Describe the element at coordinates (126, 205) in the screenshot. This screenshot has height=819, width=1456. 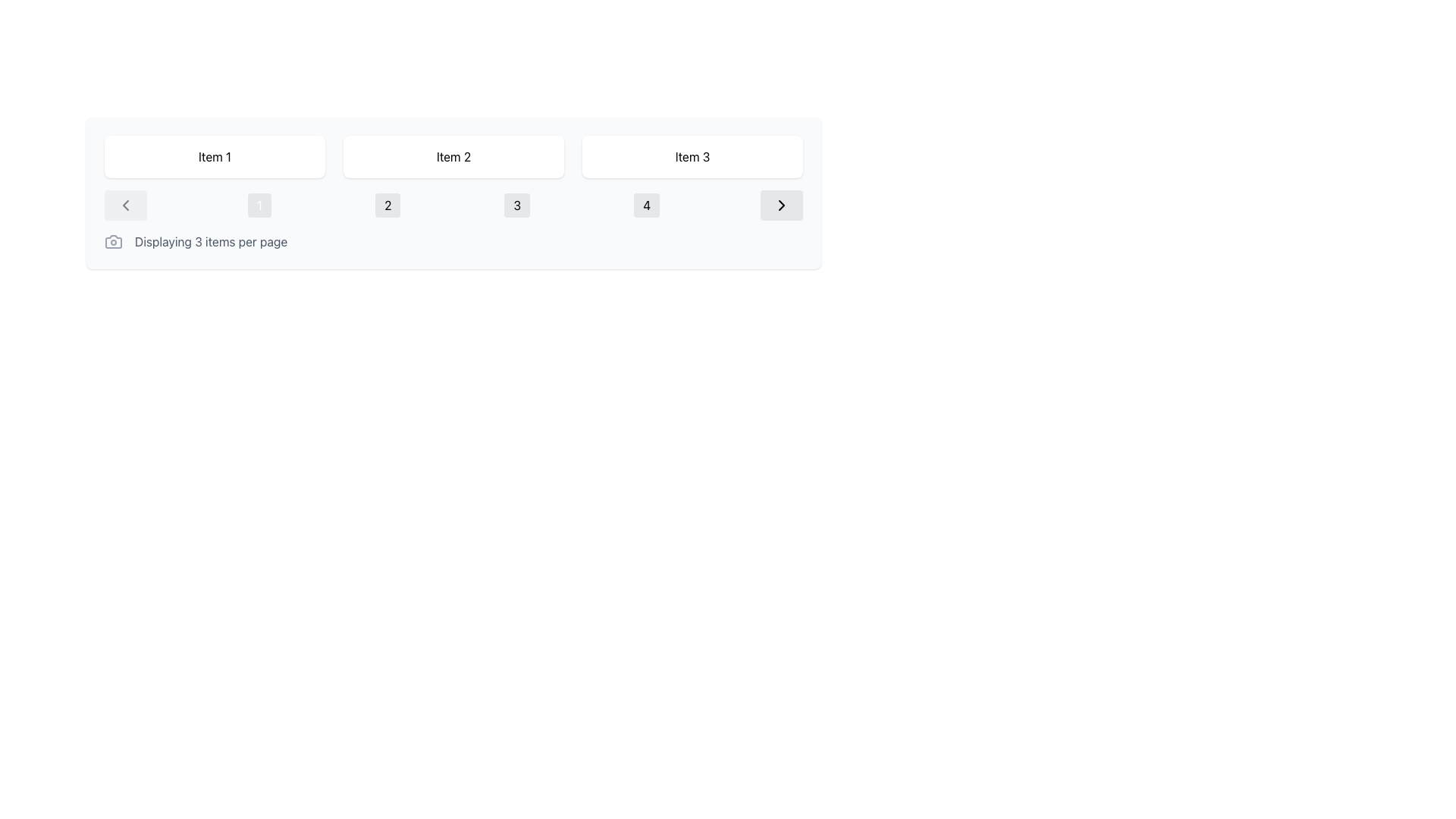
I see `the navigation button located at the leftmost side of the horizontal navigation bar` at that location.